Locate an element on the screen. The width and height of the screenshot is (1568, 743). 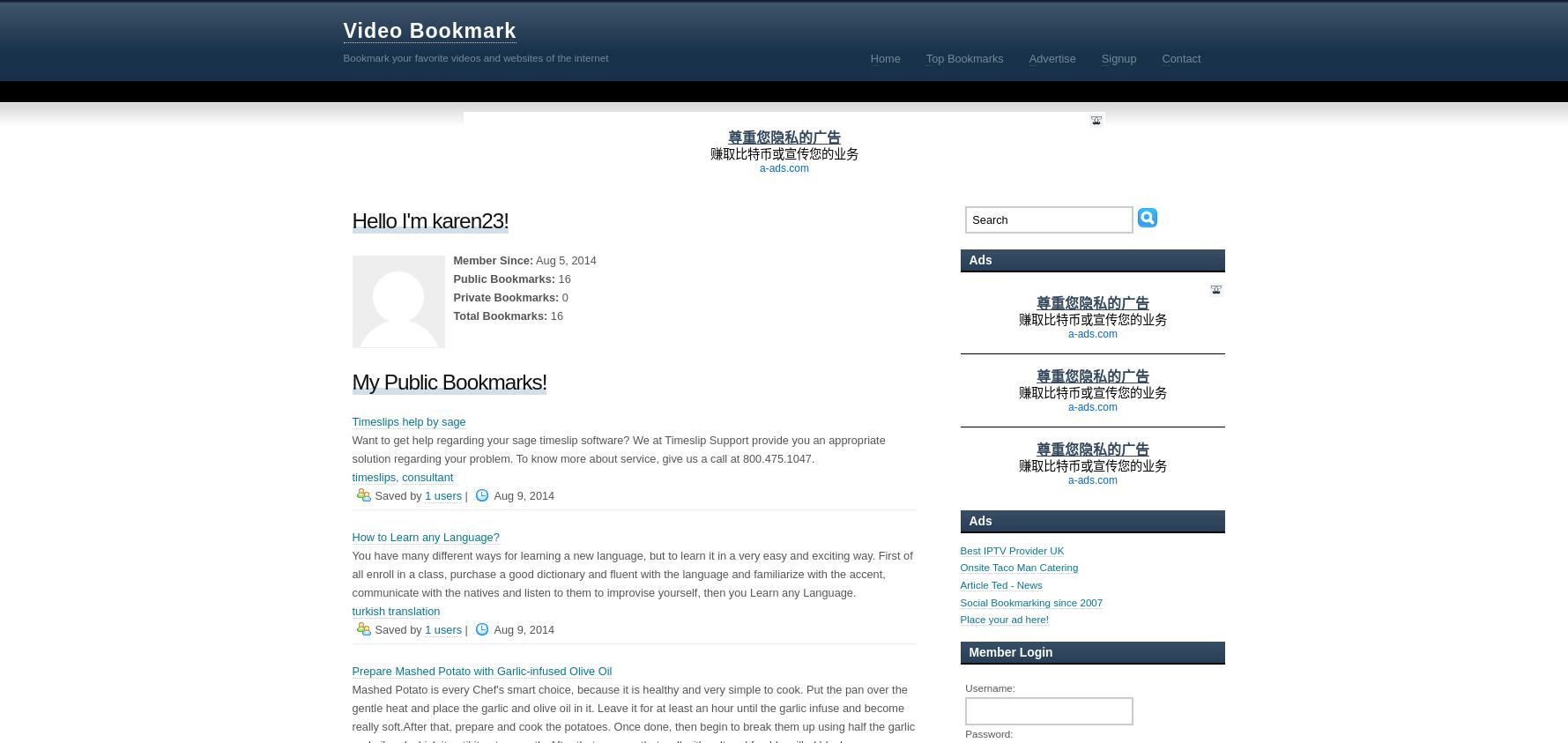
'Total Bookmarks:' is located at coordinates (451, 314).